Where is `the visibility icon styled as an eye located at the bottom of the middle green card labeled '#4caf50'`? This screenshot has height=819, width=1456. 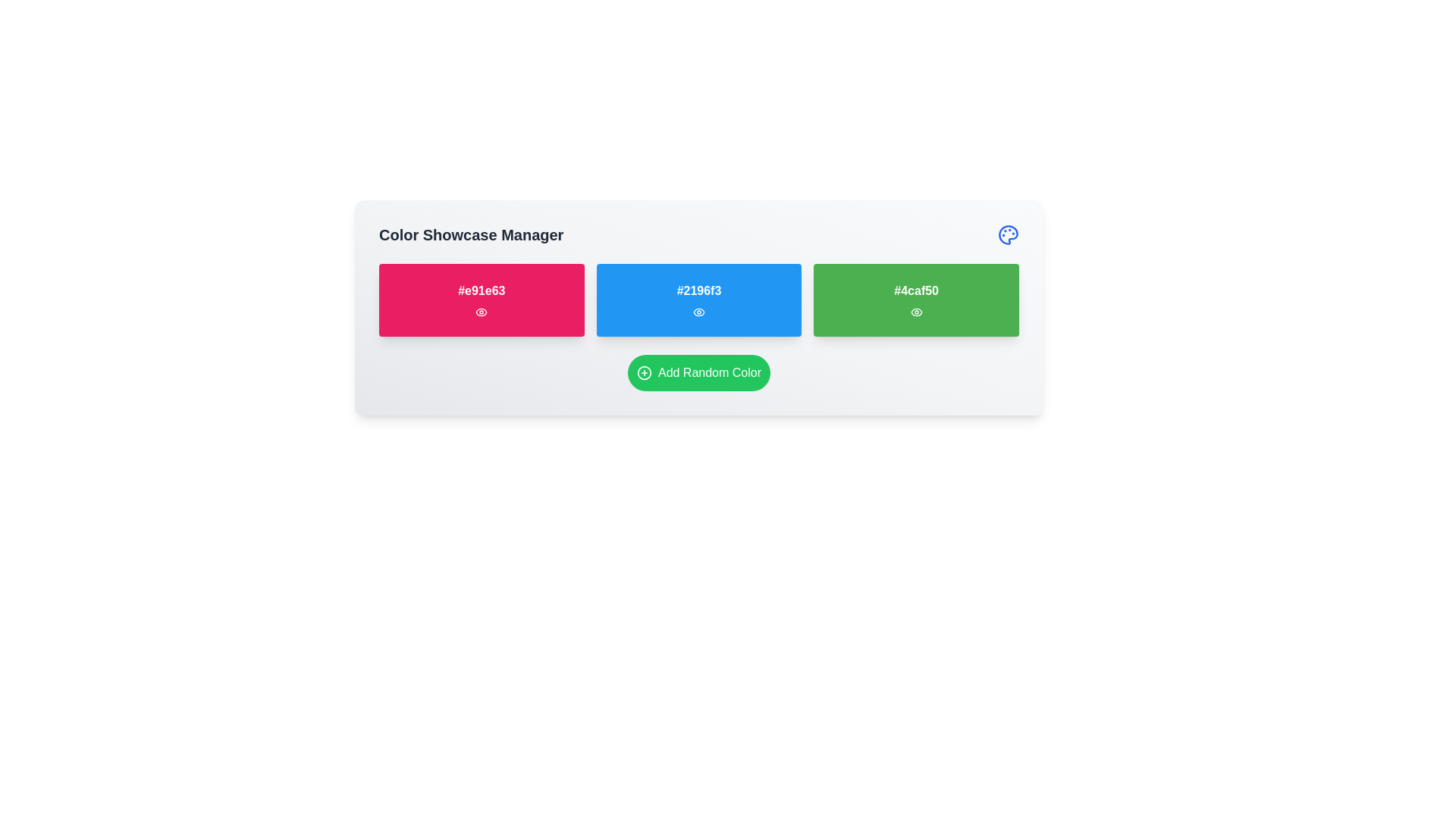
the visibility icon styled as an eye located at the bottom of the middle green card labeled '#4caf50' is located at coordinates (915, 312).